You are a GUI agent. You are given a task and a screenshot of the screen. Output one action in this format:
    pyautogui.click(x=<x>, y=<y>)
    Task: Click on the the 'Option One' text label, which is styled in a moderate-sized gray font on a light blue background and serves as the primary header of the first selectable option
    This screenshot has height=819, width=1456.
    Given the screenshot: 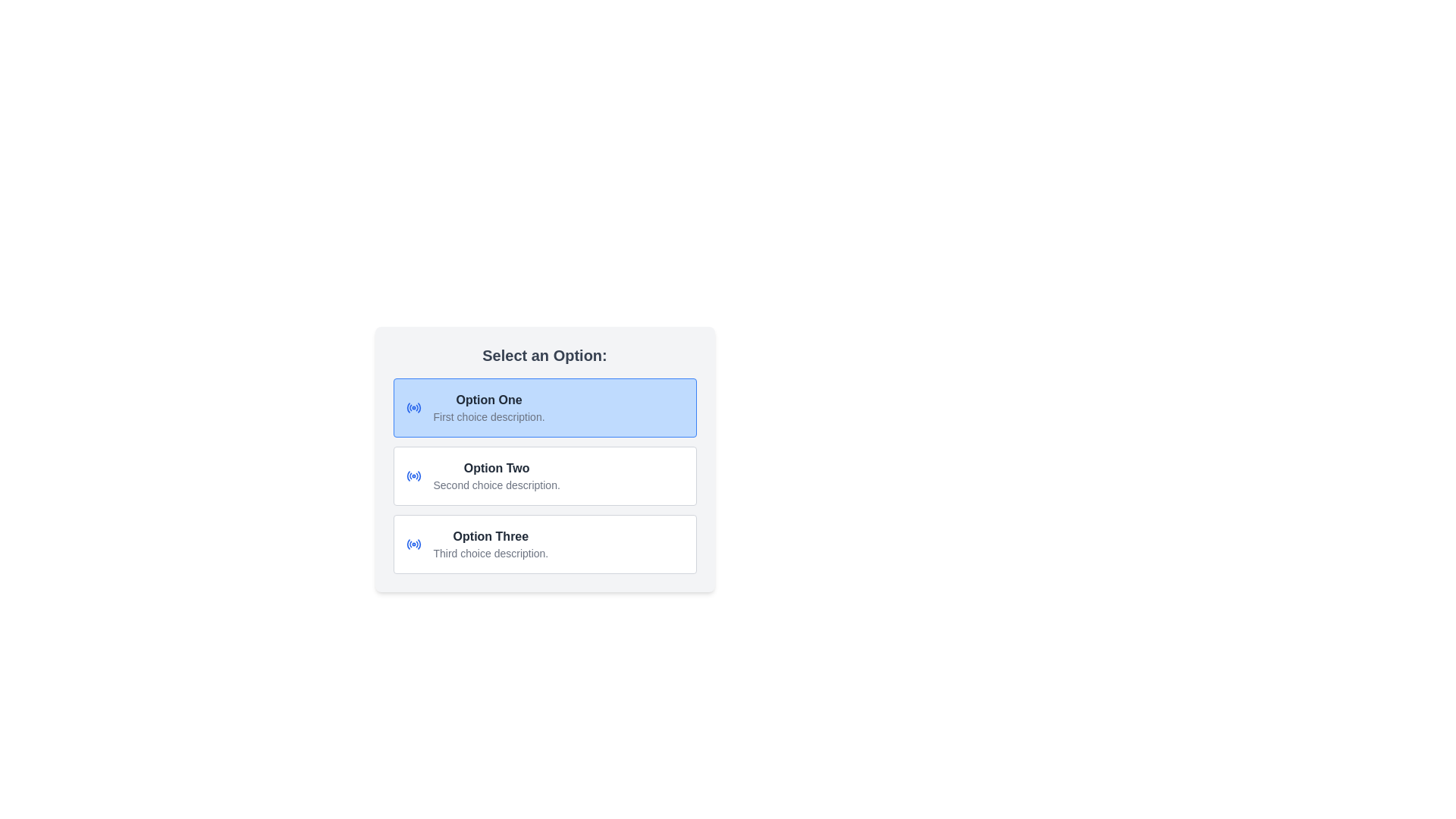 What is the action you would take?
    pyautogui.click(x=489, y=400)
    